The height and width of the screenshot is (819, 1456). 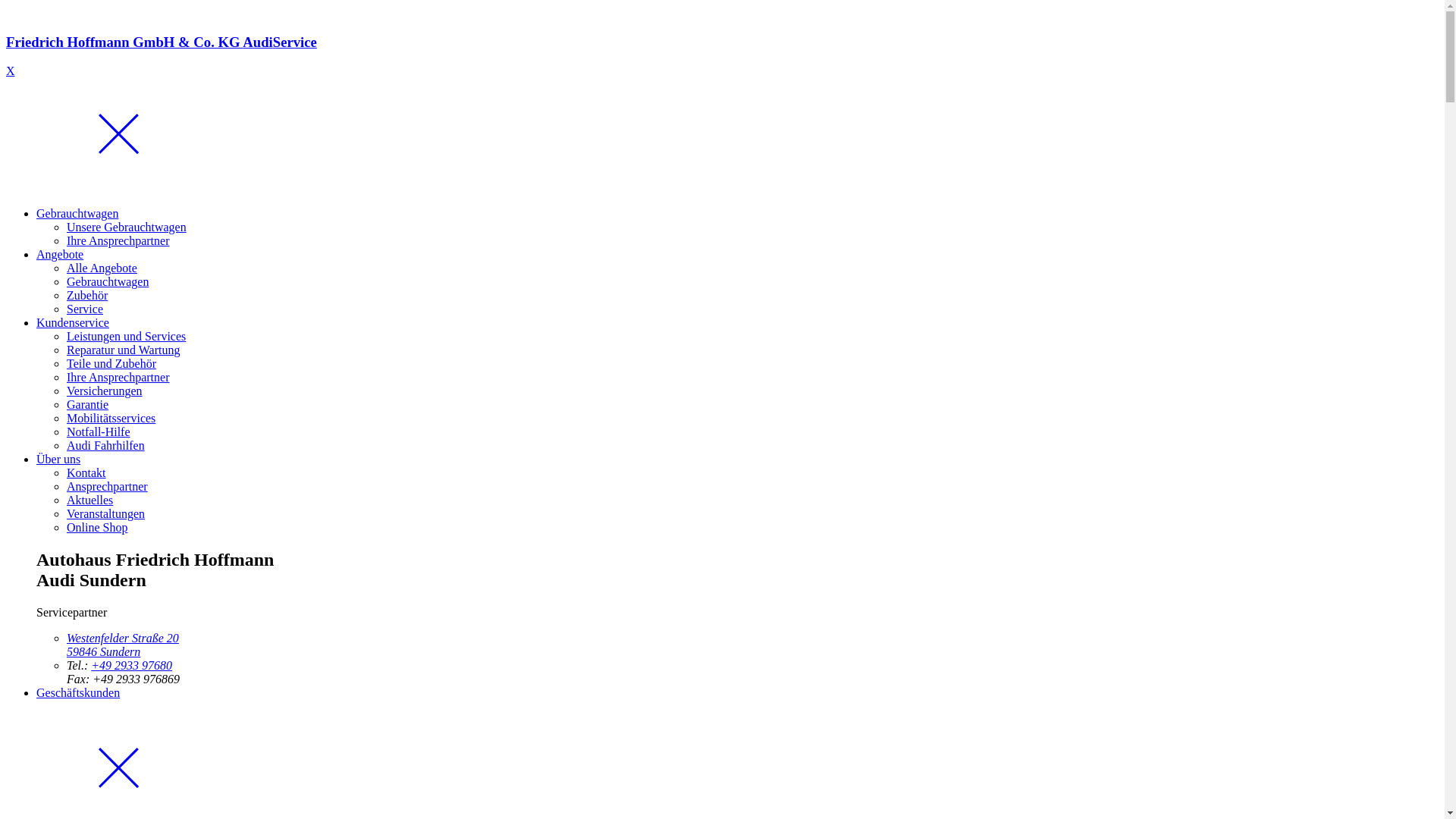 I want to click on '+49 2933 97680', so click(x=131, y=664).